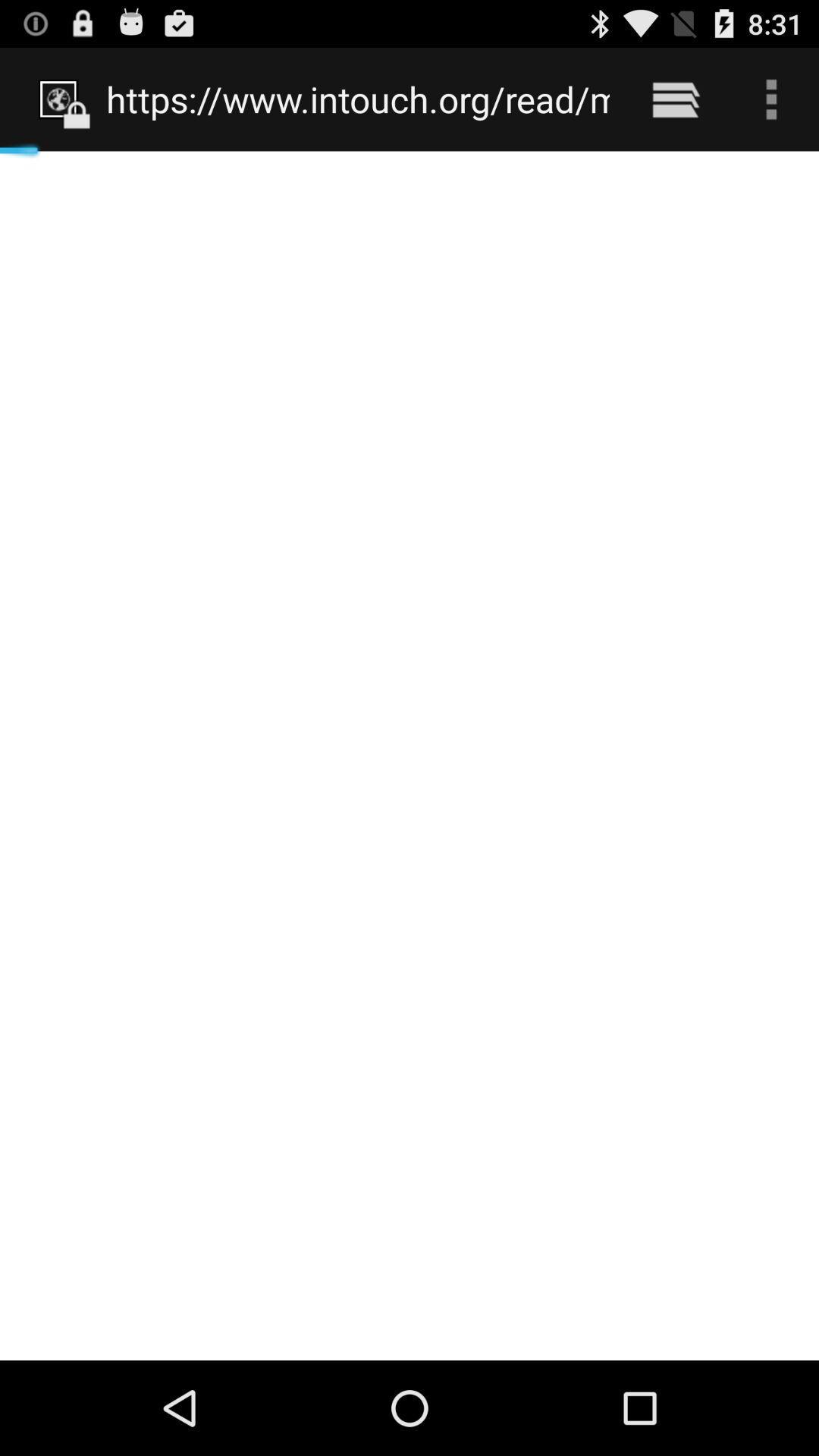  Describe the element at coordinates (358, 99) in the screenshot. I see `https www intouch icon` at that location.